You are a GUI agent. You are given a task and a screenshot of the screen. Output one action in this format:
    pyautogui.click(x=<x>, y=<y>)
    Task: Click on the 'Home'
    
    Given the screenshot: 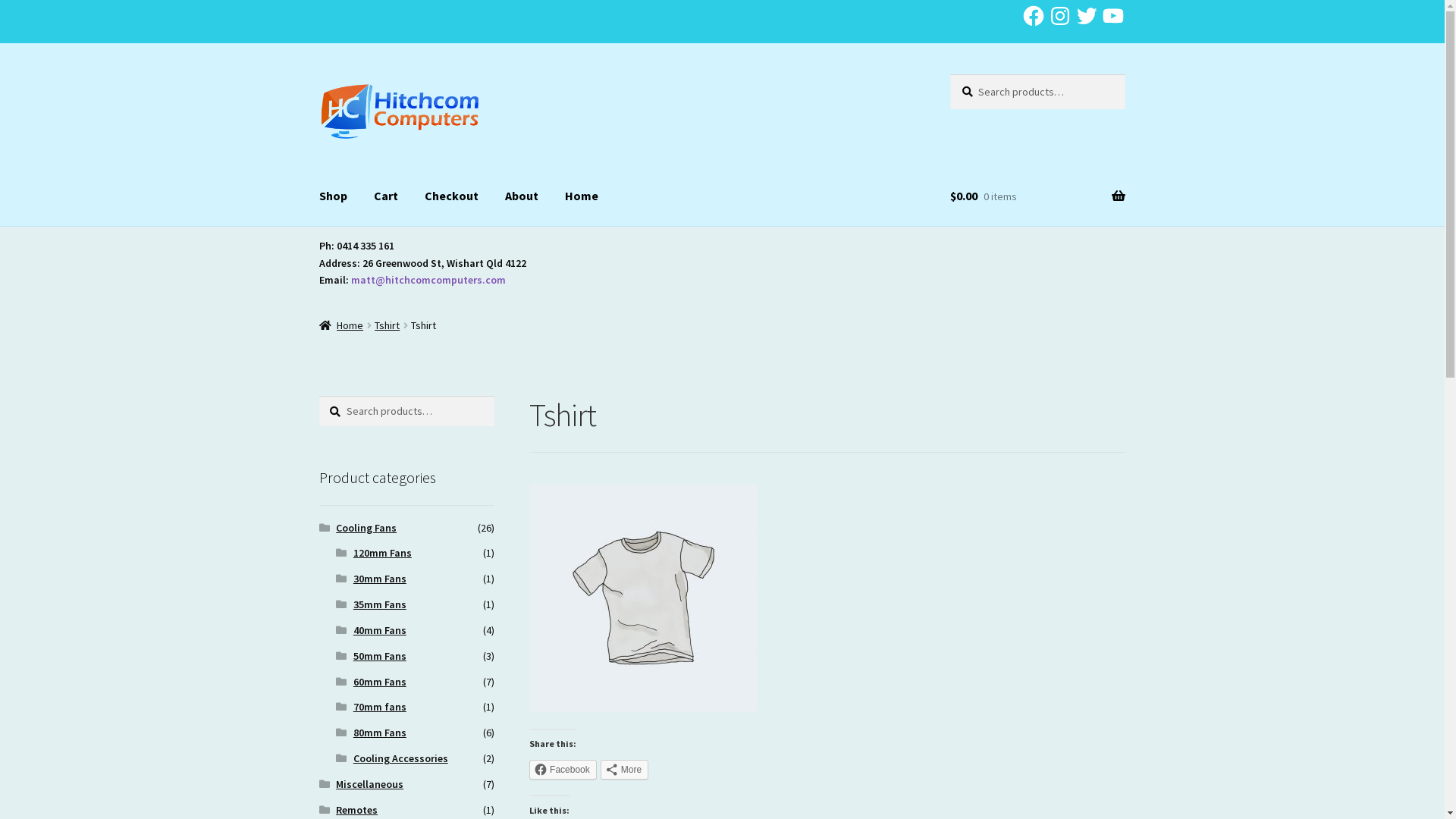 What is the action you would take?
    pyautogui.click(x=581, y=195)
    